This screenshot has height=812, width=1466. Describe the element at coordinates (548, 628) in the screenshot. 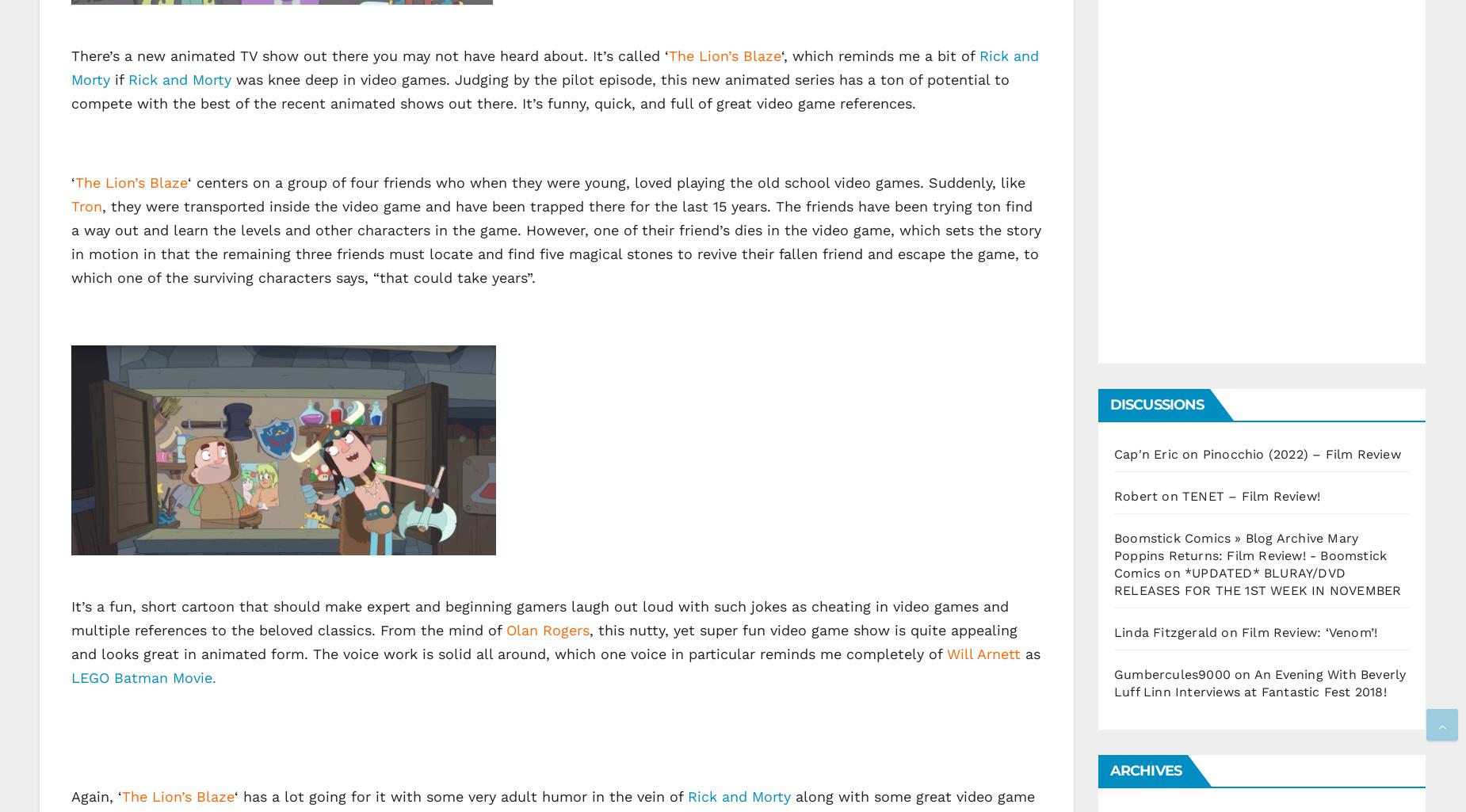

I see `'Olan Rogers'` at that location.